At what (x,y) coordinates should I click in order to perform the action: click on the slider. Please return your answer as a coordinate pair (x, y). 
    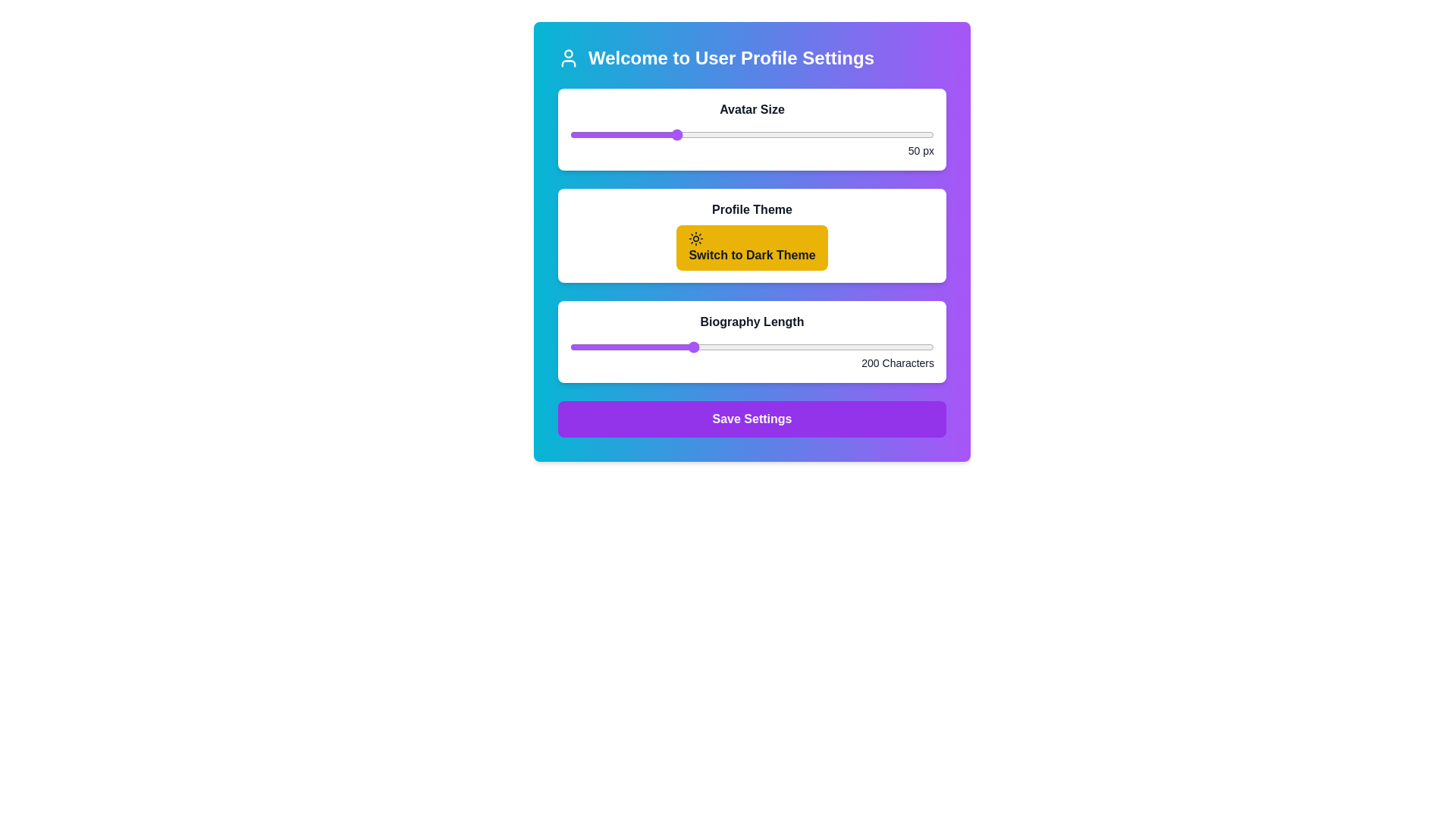
    Looking at the image, I should click on (694, 133).